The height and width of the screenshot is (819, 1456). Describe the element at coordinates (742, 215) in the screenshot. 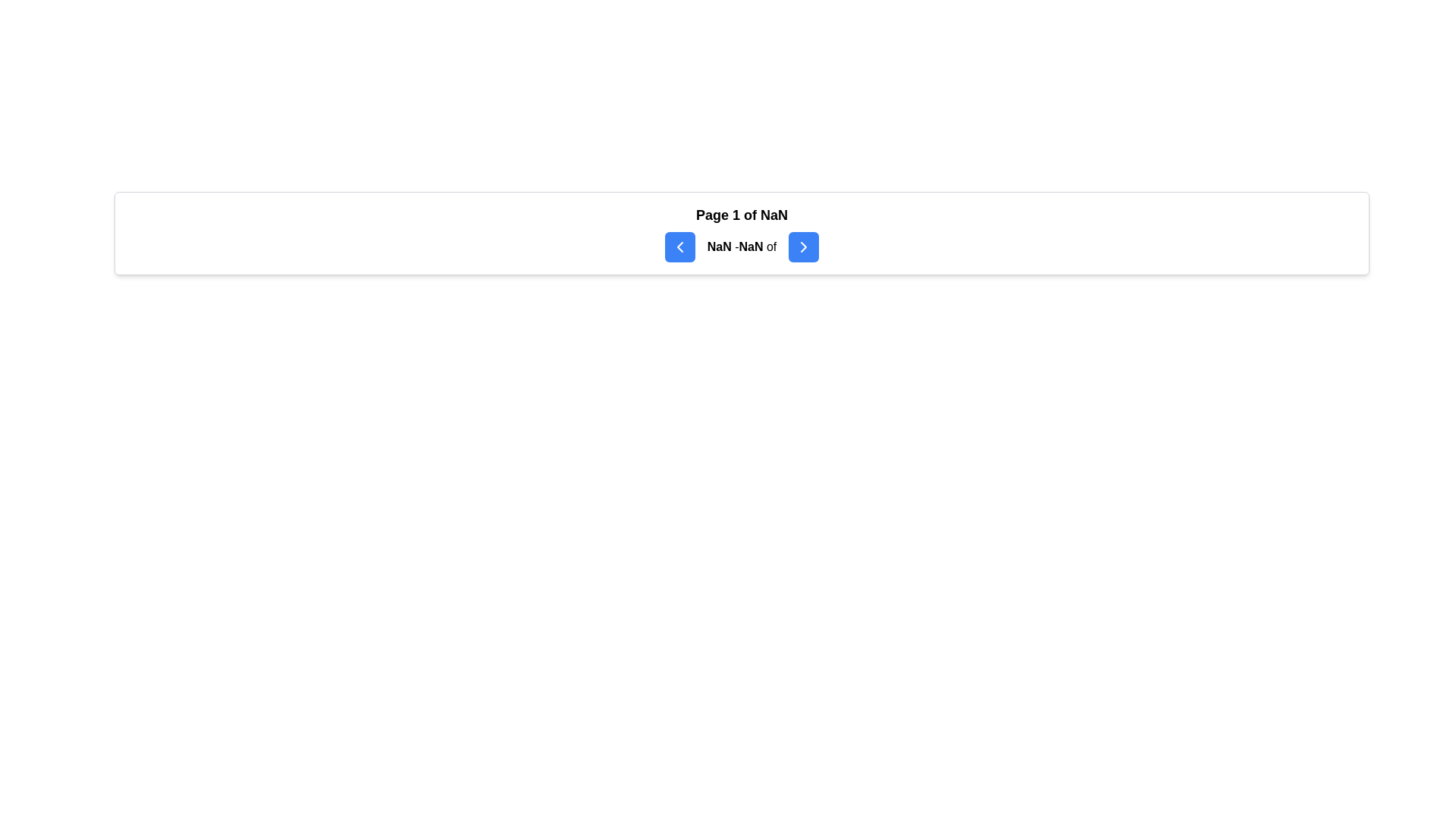

I see `the text label indicating the current page and total number of pages in the pagination context, which currently displays 'NaN'` at that location.